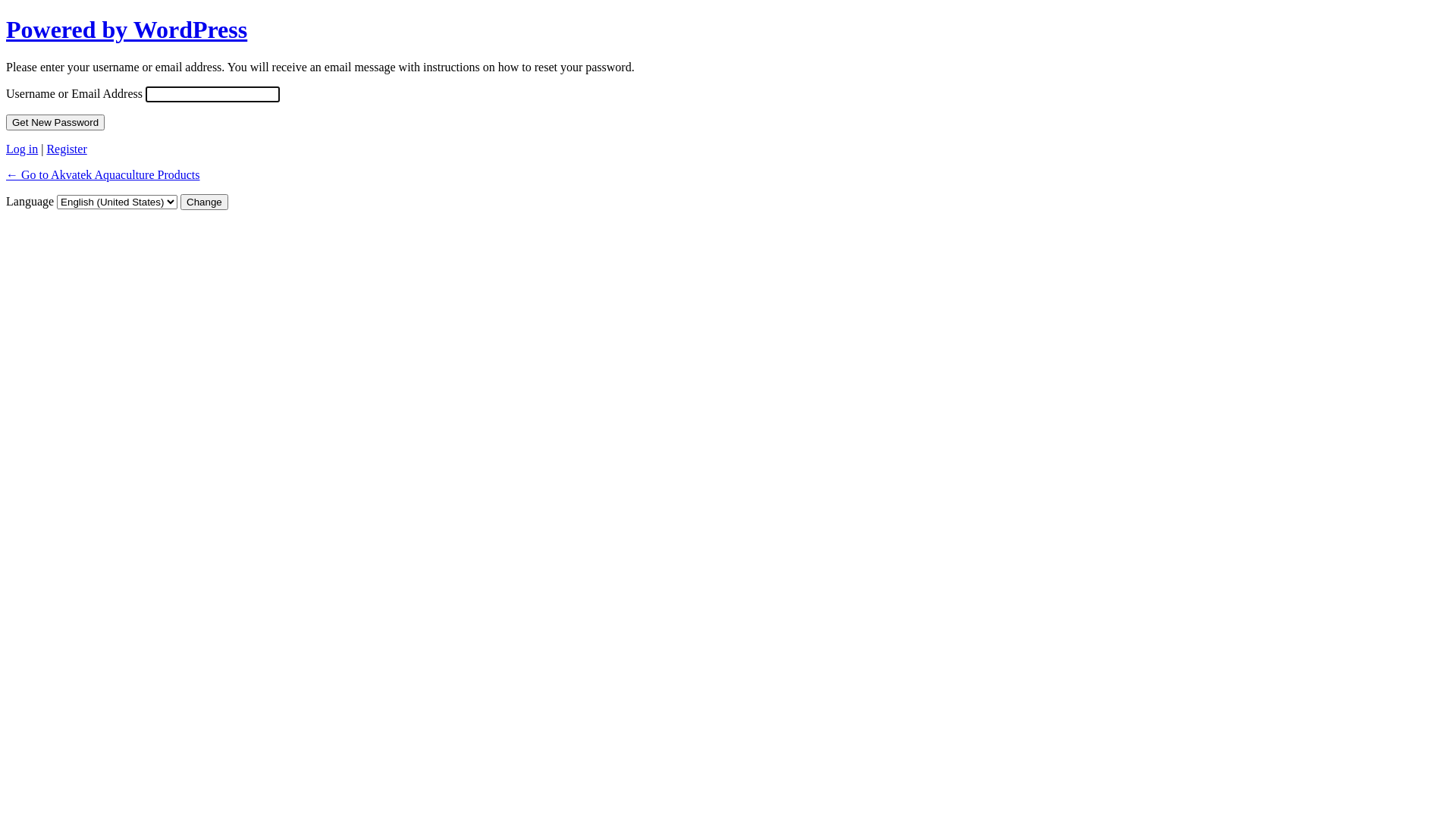  I want to click on 'Register', so click(65, 149).